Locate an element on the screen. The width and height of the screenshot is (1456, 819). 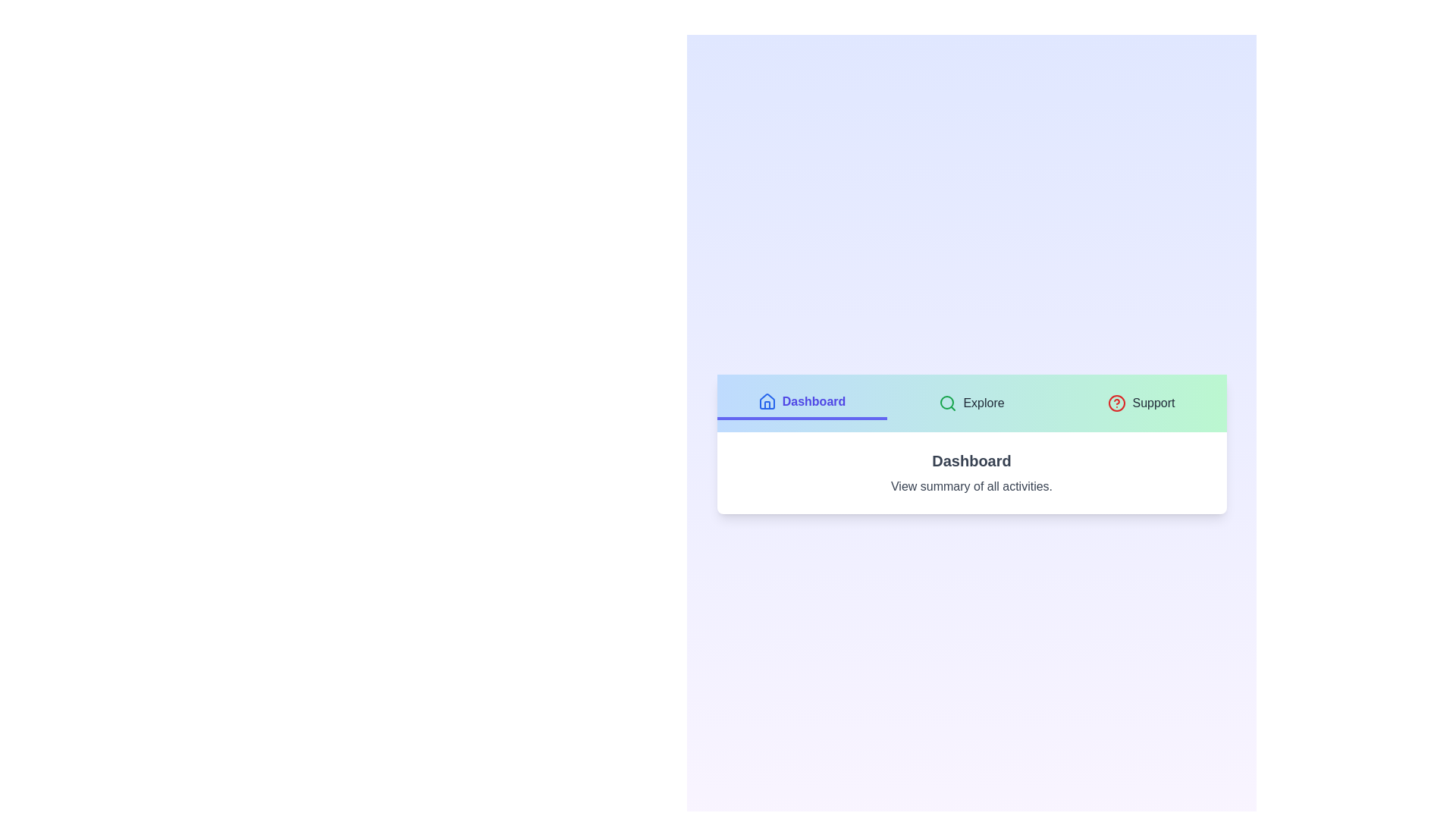
the icon of the Support tab is located at coordinates (1117, 403).